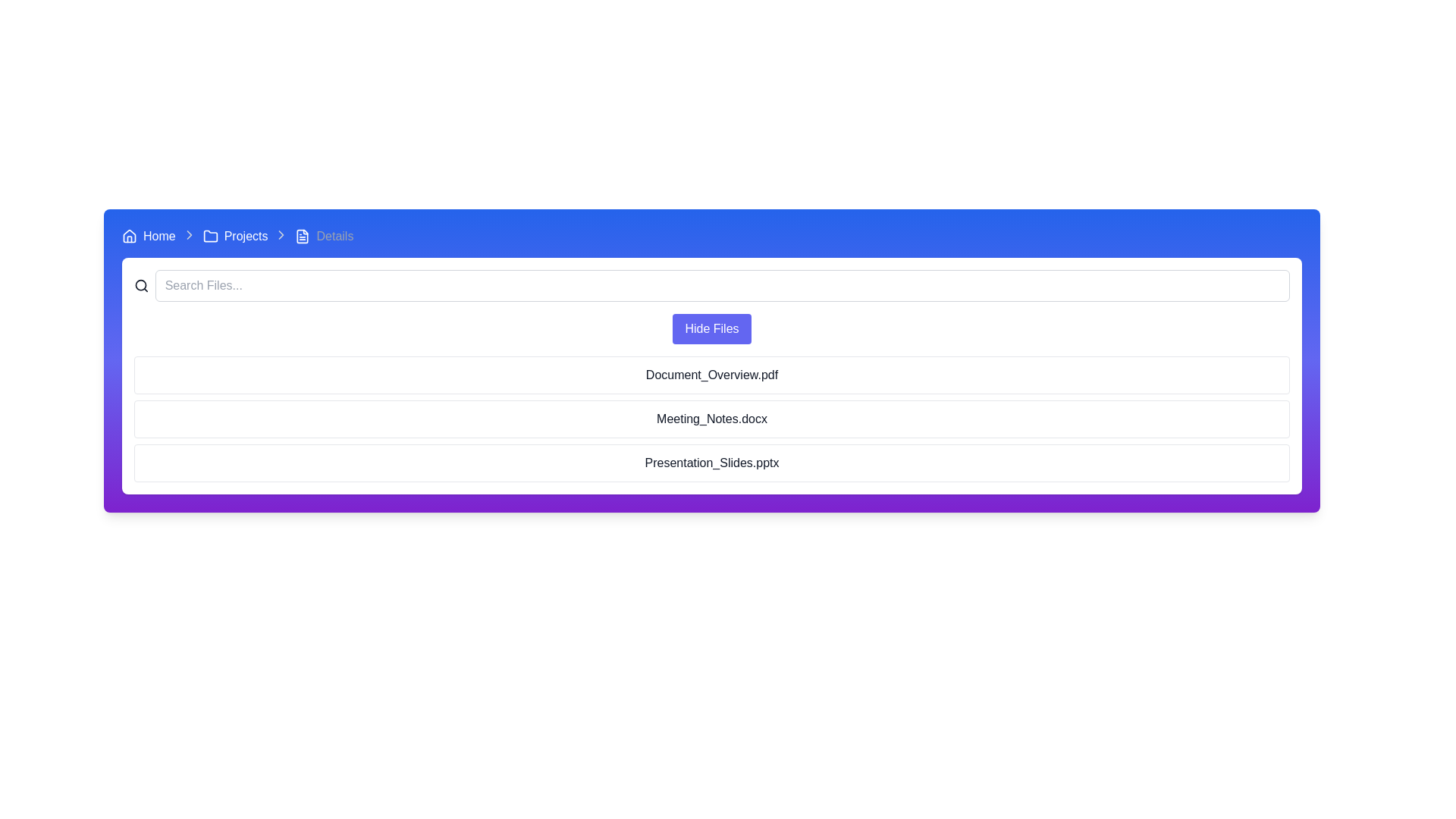 The image size is (1456, 819). Describe the element at coordinates (711, 328) in the screenshot. I see `the central toggle button that manages the visibility of the list of files displayed below it` at that location.